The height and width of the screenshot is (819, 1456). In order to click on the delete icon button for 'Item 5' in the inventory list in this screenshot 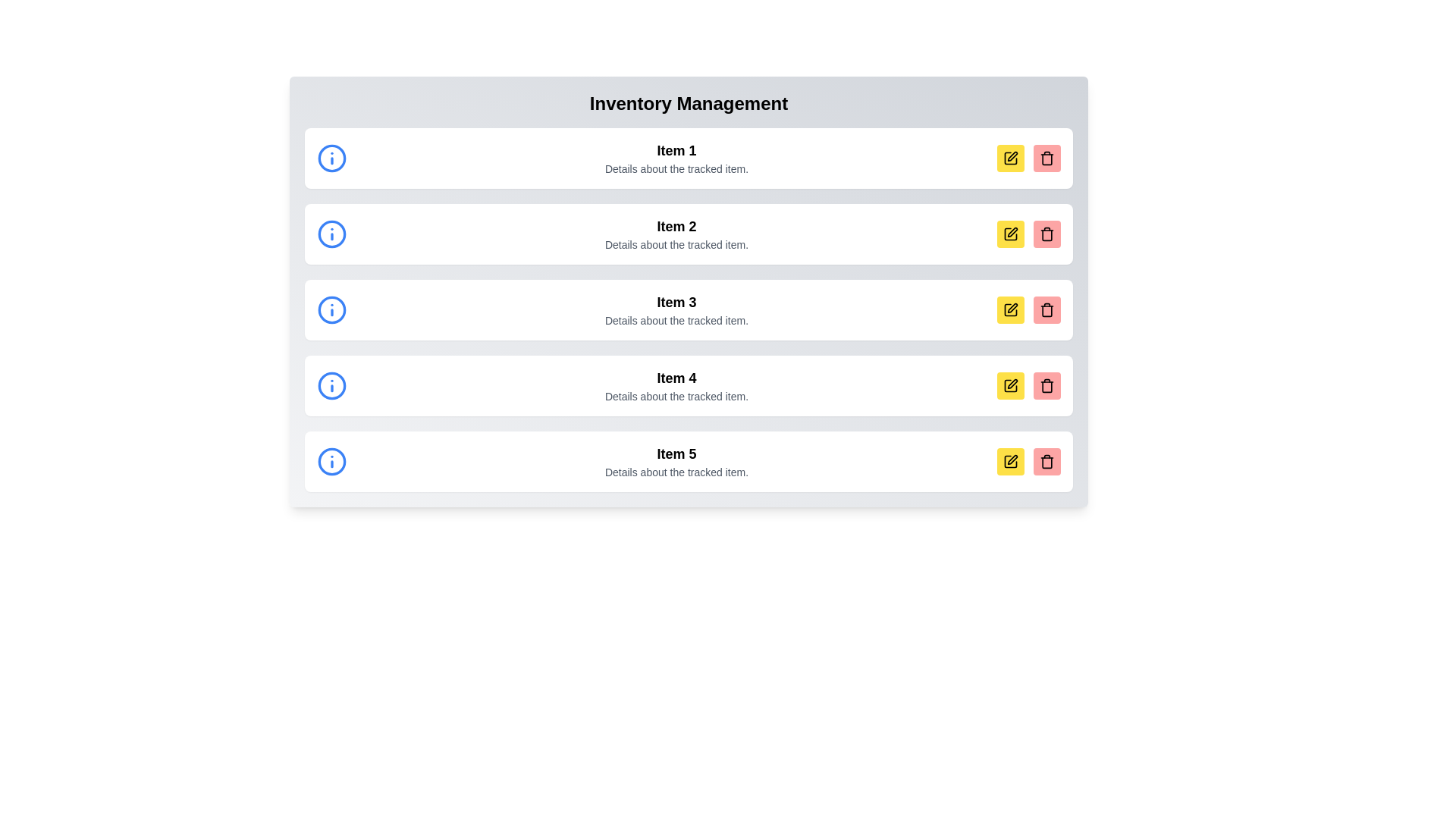, I will do `click(1046, 461)`.